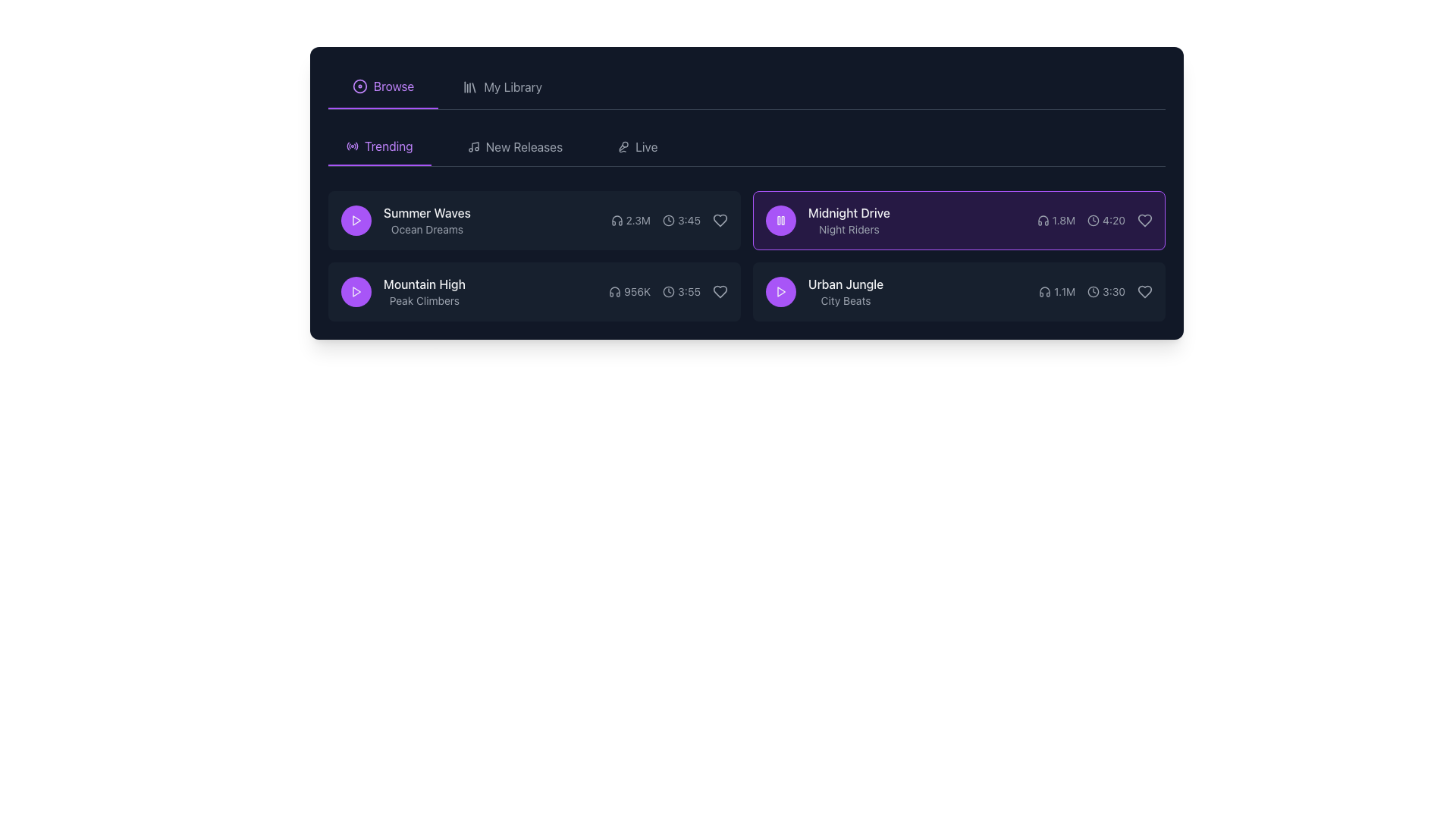 The image size is (1456, 819). Describe the element at coordinates (845, 301) in the screenshot. I see `information displayed on the text label that reads 'City Beats', which is a small light gray font positioned below 'Urban Jungle'` at that location.